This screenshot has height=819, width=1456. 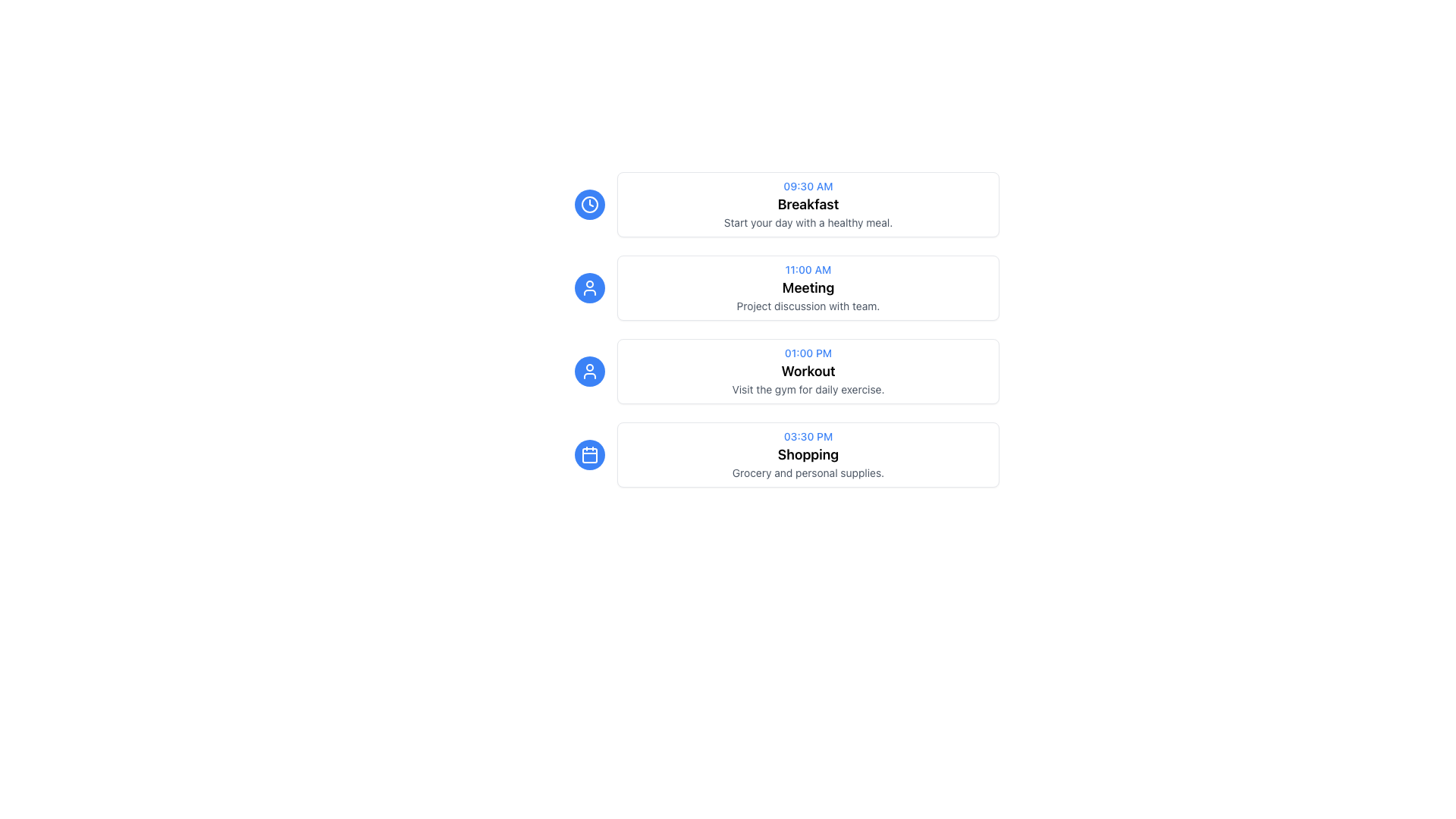 I want to click on the second item in the vertical list that indicates a meeting scheduled at 11:00 AM, so click(x=781, y=288).